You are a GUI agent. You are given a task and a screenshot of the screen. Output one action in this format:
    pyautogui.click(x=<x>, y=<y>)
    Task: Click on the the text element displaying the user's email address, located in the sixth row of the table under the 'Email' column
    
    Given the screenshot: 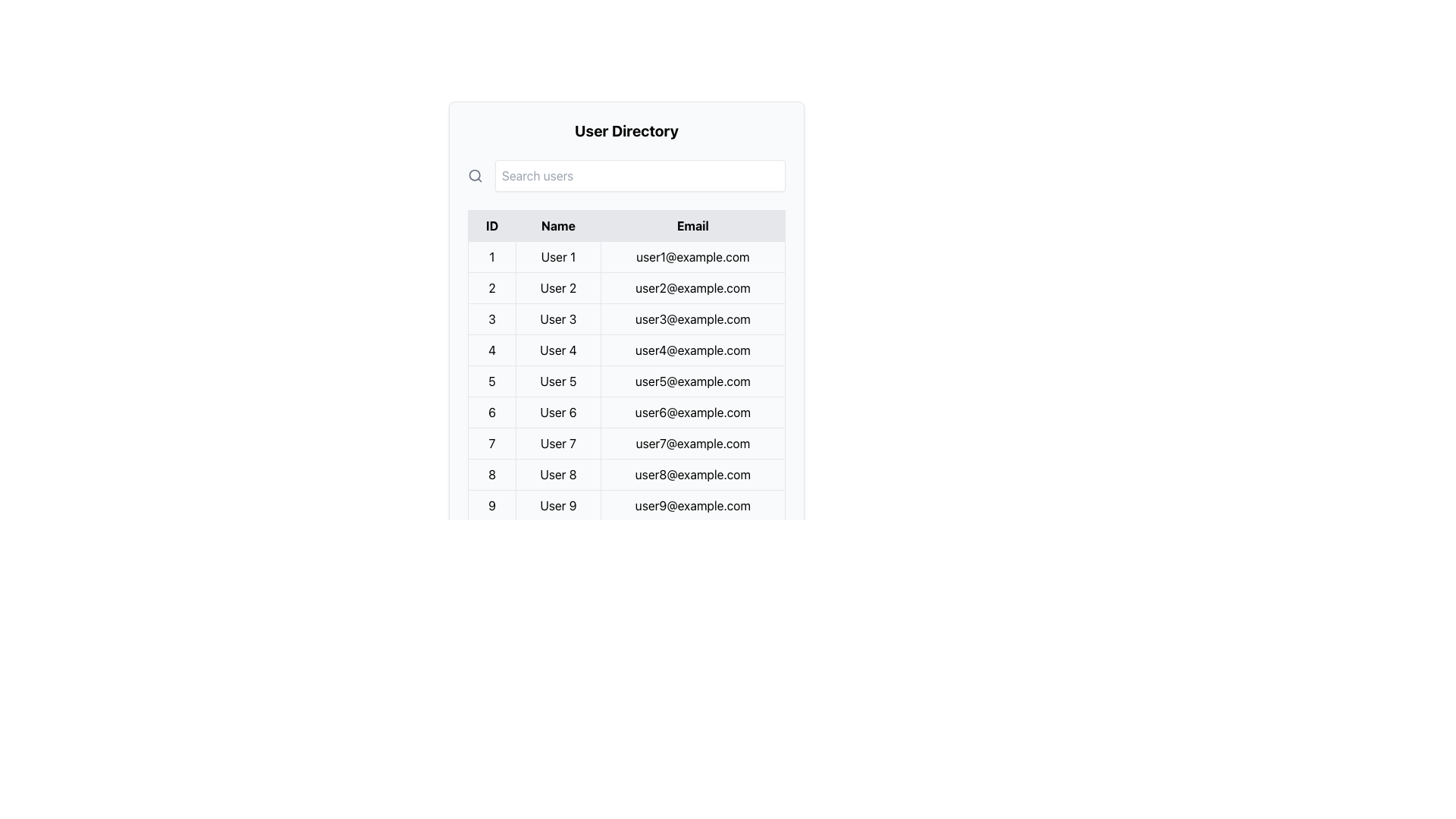 What is the action you would take?
    pyautogui.click(x=692, y=412)
    